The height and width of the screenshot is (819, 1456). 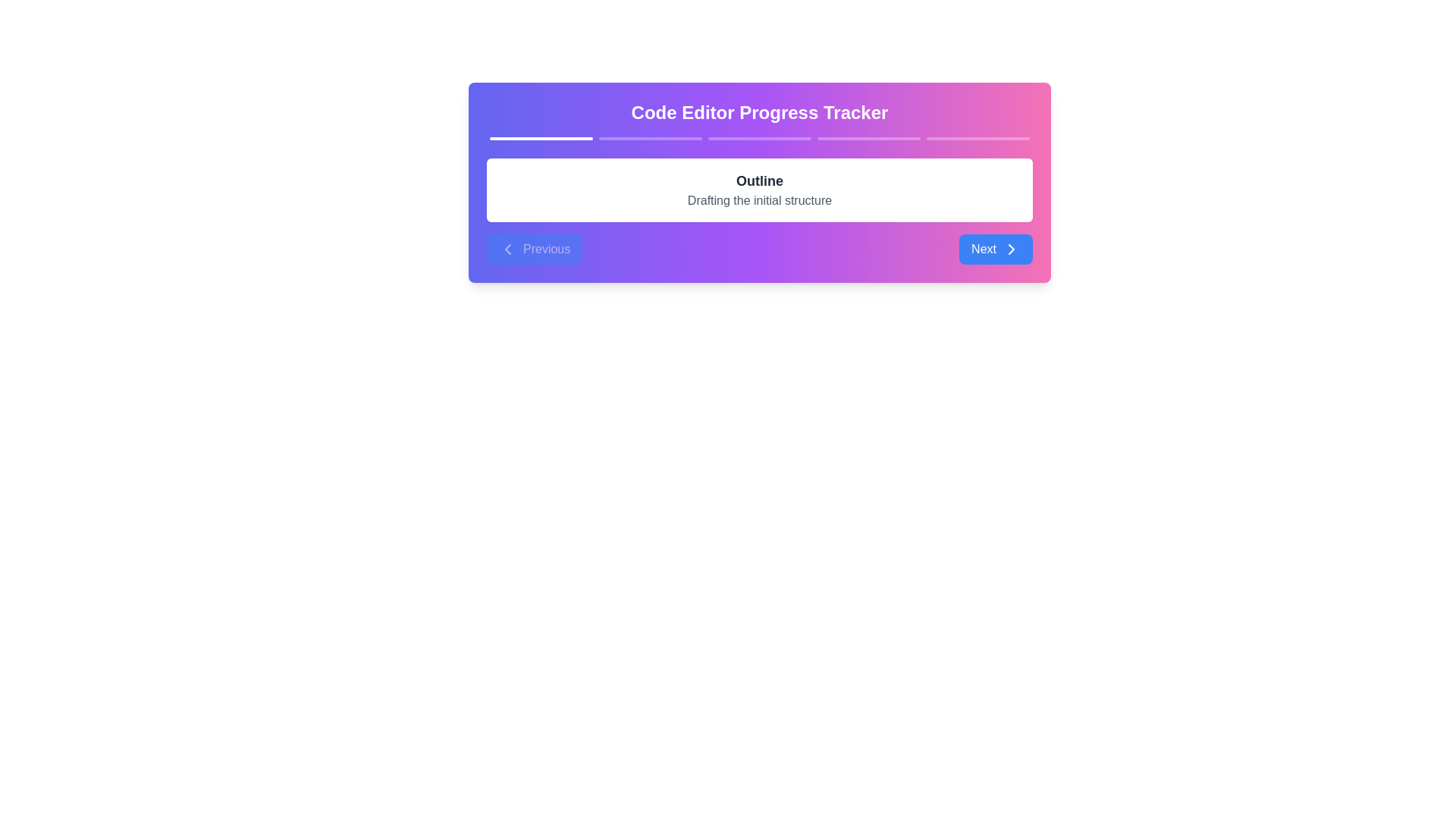 I want to click on the arrow icon that is part of the 'Next' button, located to the right of the 'Next' text label, which symbolizes progression, so click(x=1012, y=248).